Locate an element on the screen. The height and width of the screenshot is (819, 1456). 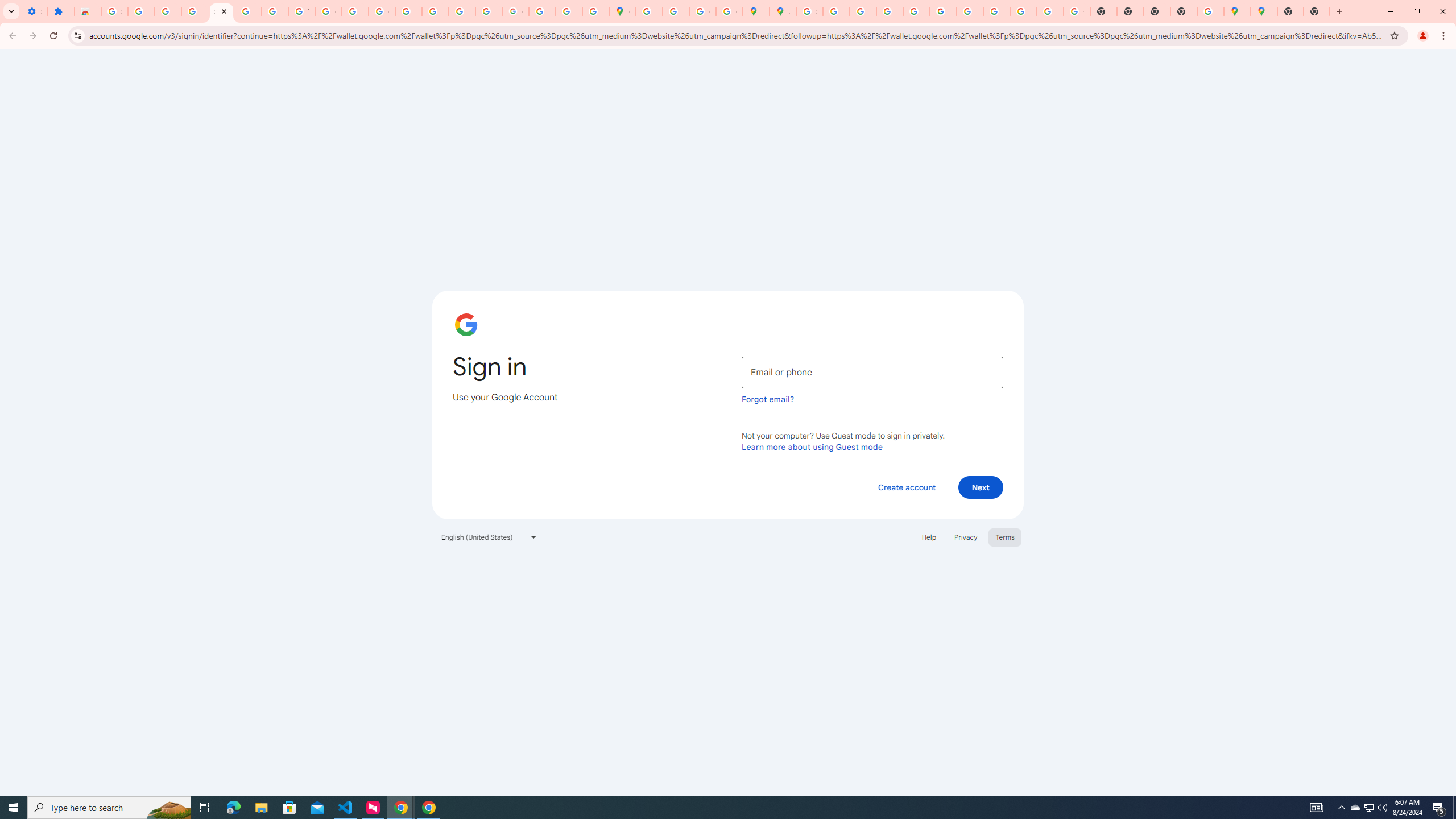
'New Tab' is located at coordinates (1290, 11).